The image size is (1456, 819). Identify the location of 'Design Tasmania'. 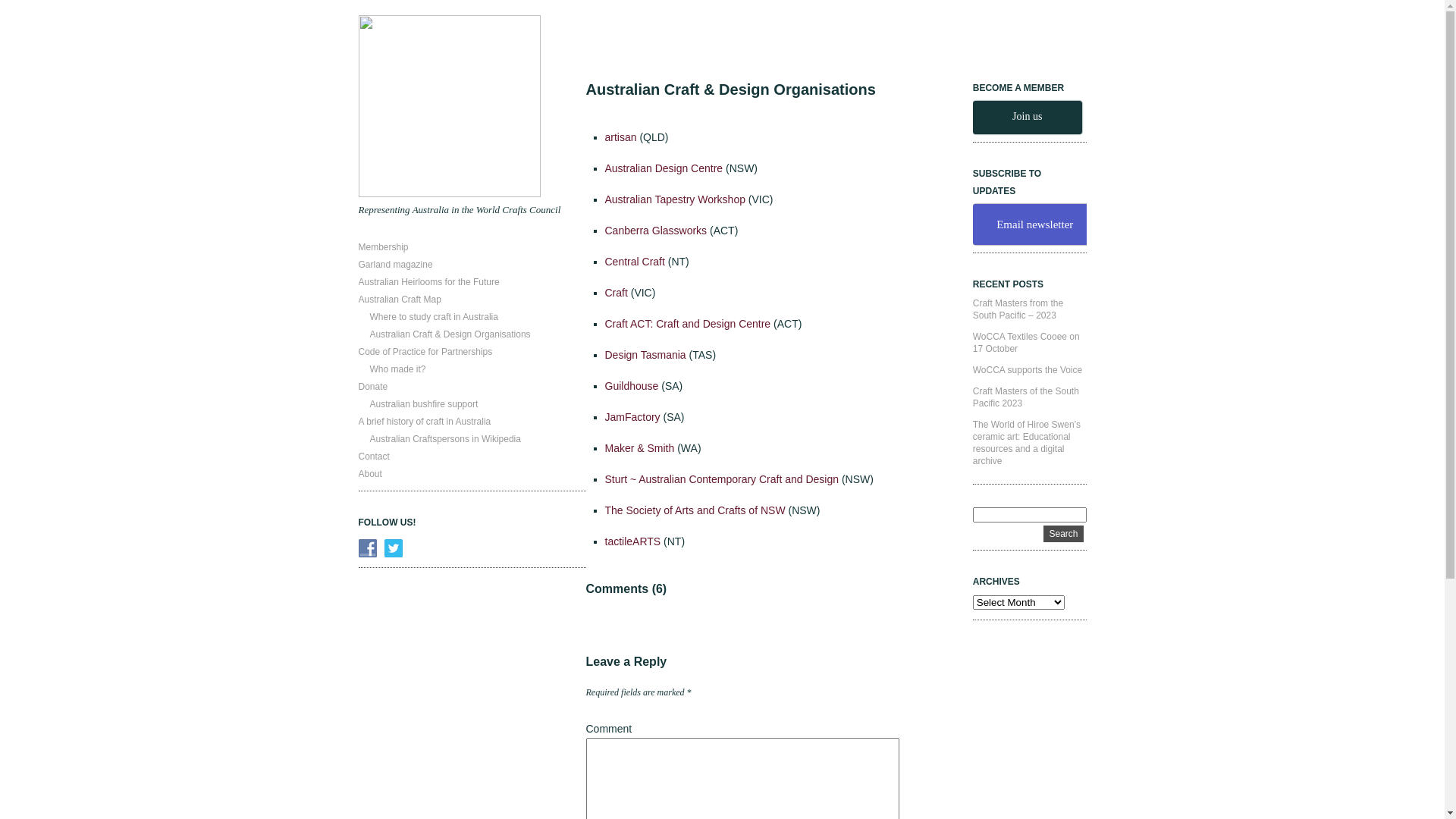
(645, 354).